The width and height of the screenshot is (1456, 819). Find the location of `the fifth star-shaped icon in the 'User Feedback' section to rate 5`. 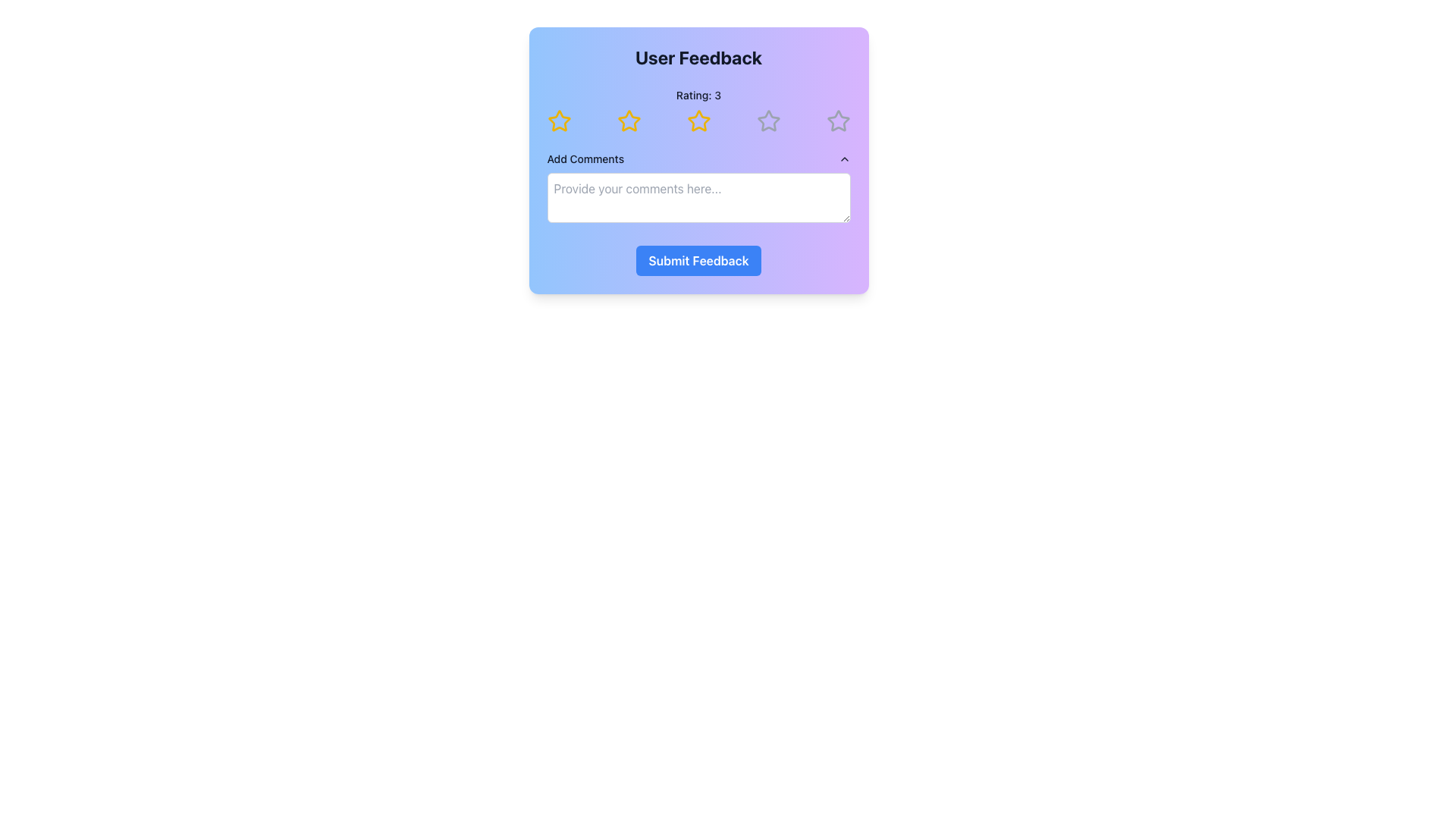

the fifth star-shaped icon in the 'User Feedback' section to rate 5 is located at coordinates (837, 120).